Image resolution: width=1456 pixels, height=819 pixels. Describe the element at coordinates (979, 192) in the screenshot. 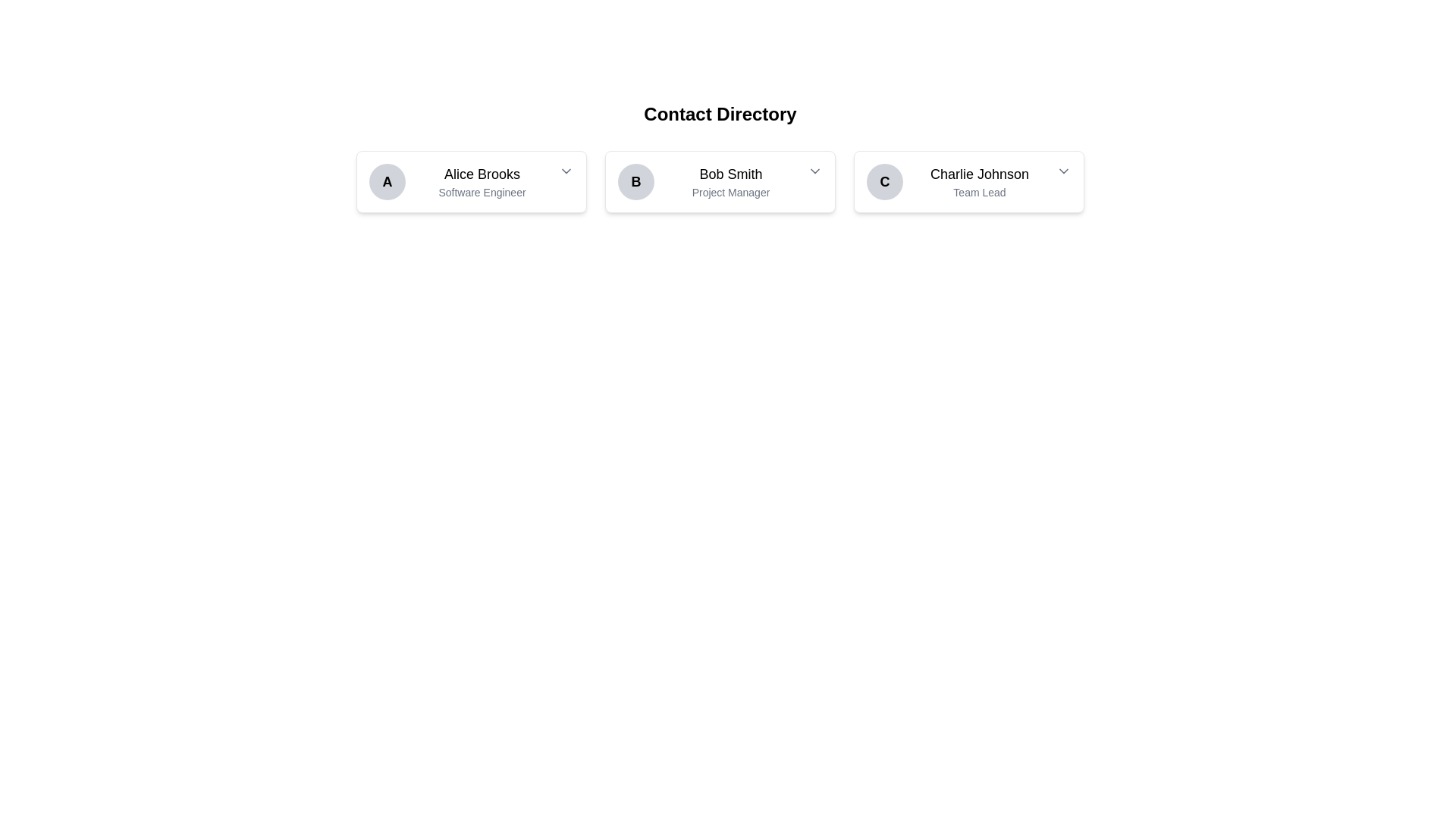

I see `the Text label that signifies the professional designation of the contact 'Charlie Johnson', located at the bottom of the contact card, directly below the name and centrally aligned` at that location.